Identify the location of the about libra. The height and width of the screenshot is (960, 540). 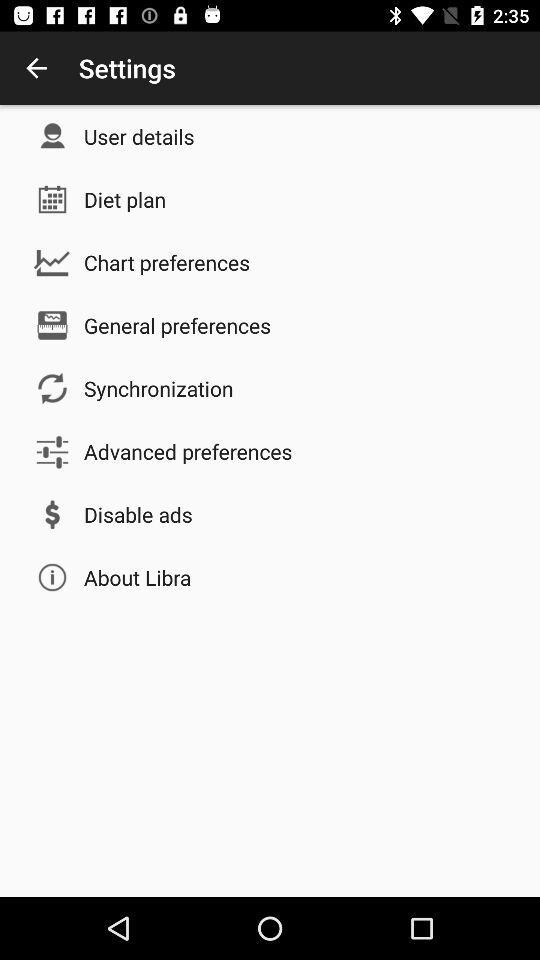
(136, 577).